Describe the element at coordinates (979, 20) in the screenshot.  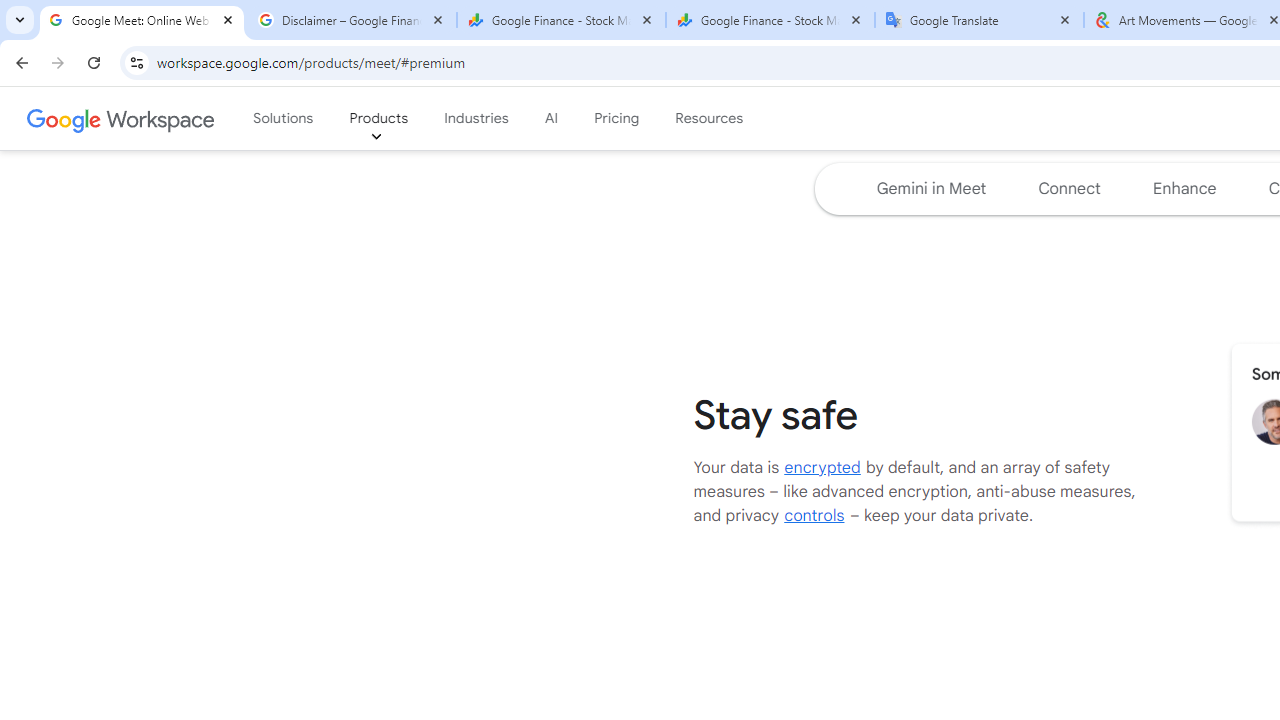
I see `'Google Translate'` at that location.